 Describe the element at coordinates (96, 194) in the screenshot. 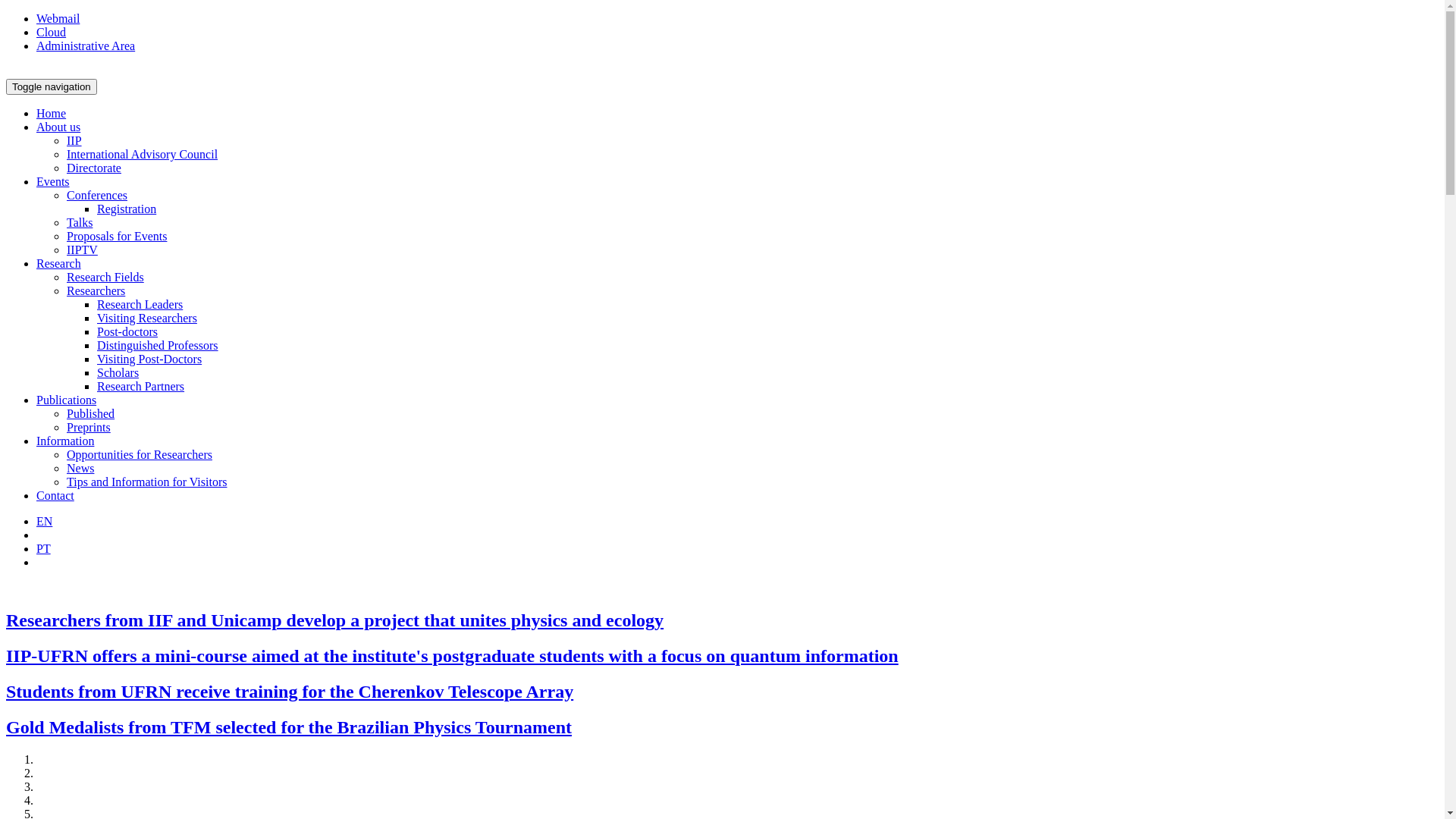

I see `'Conferences'` at that location.